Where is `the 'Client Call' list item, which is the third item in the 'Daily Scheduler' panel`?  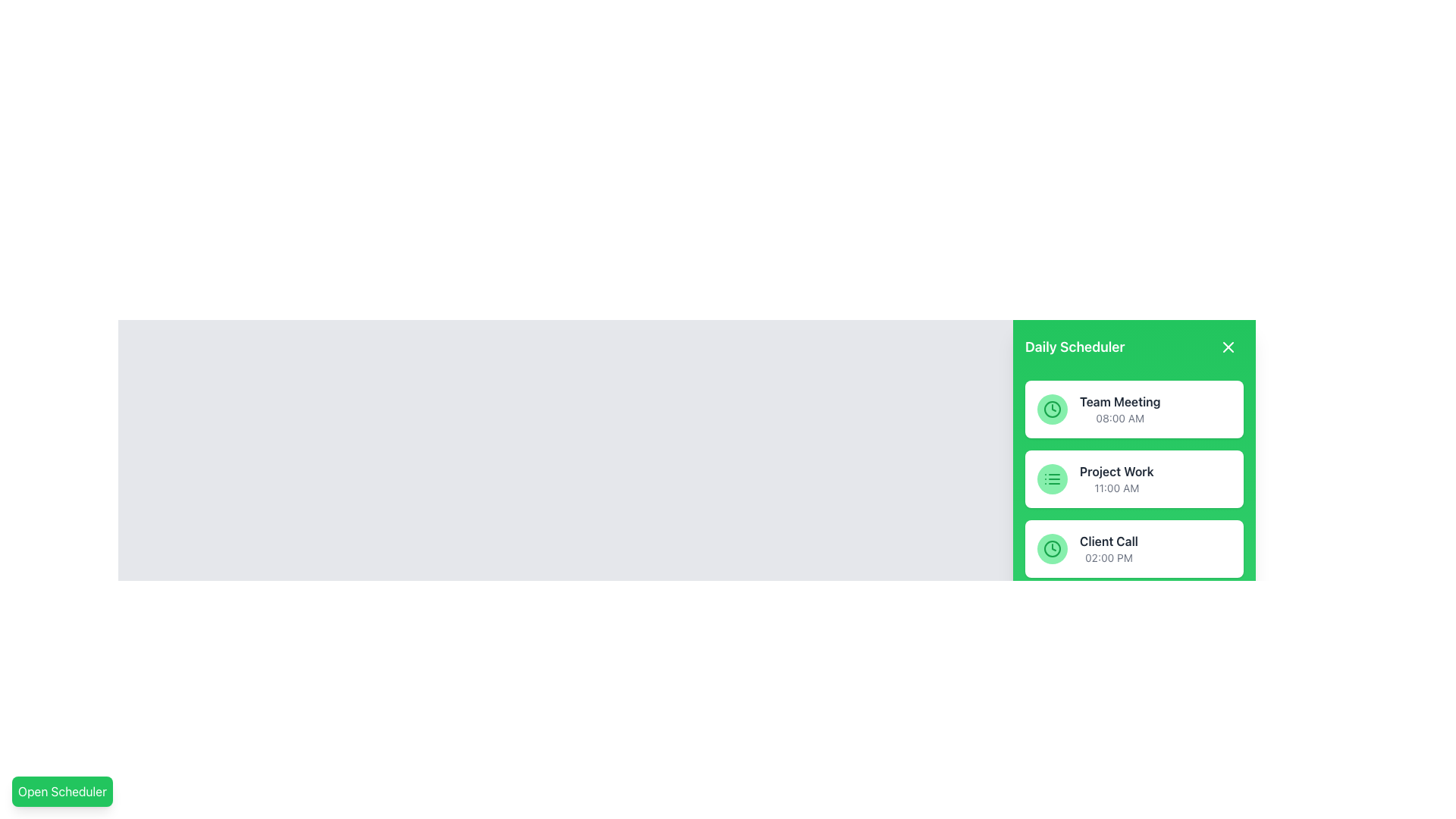
the 'Client Call' list item, which is the third item in the 'Daily Scheduler' panel is located at coordinates (1134, 549).